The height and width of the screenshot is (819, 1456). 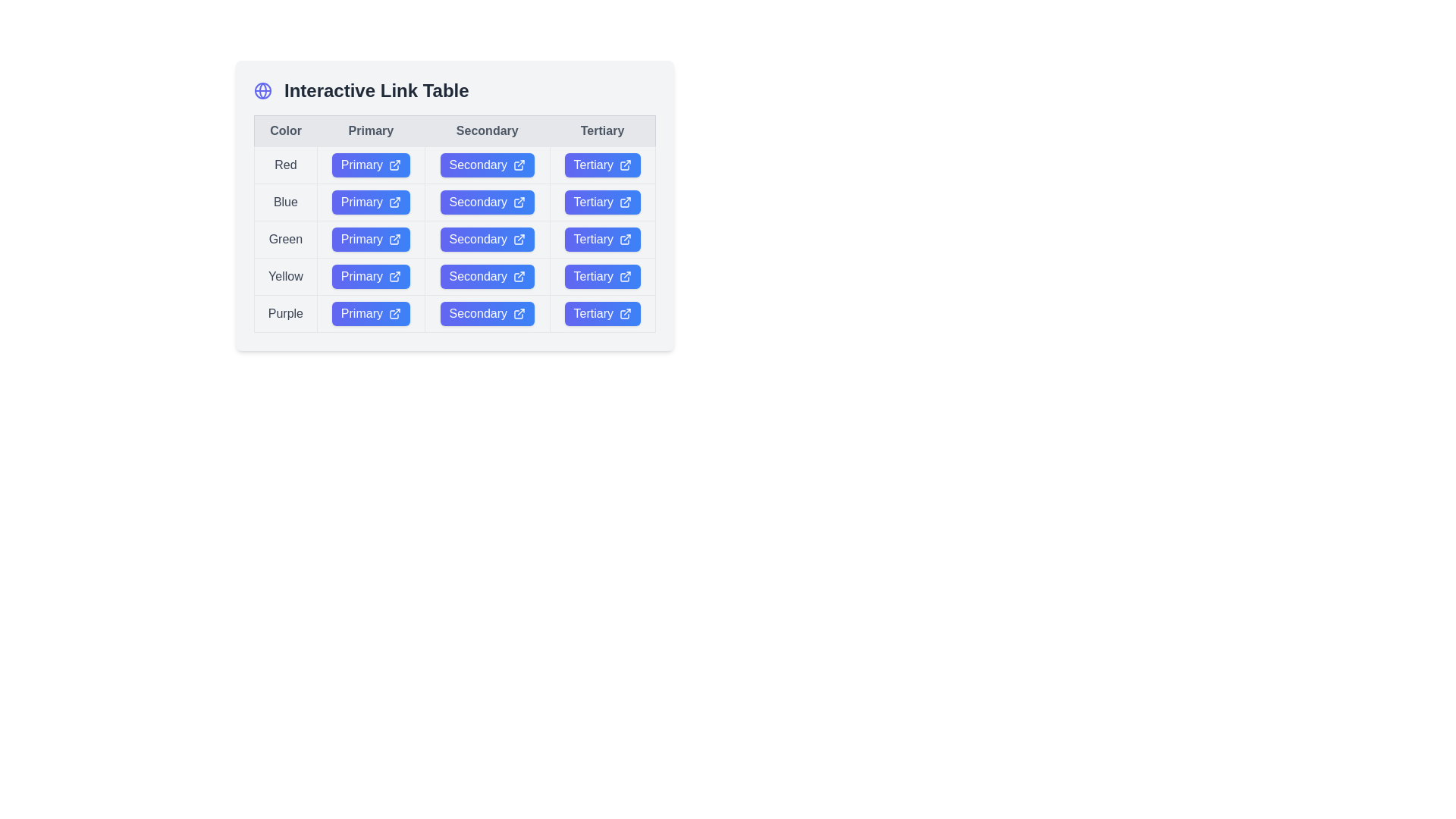 I want to click on the 'Primary' button in the 'Green' row of the table, so click(x=371, y=239).